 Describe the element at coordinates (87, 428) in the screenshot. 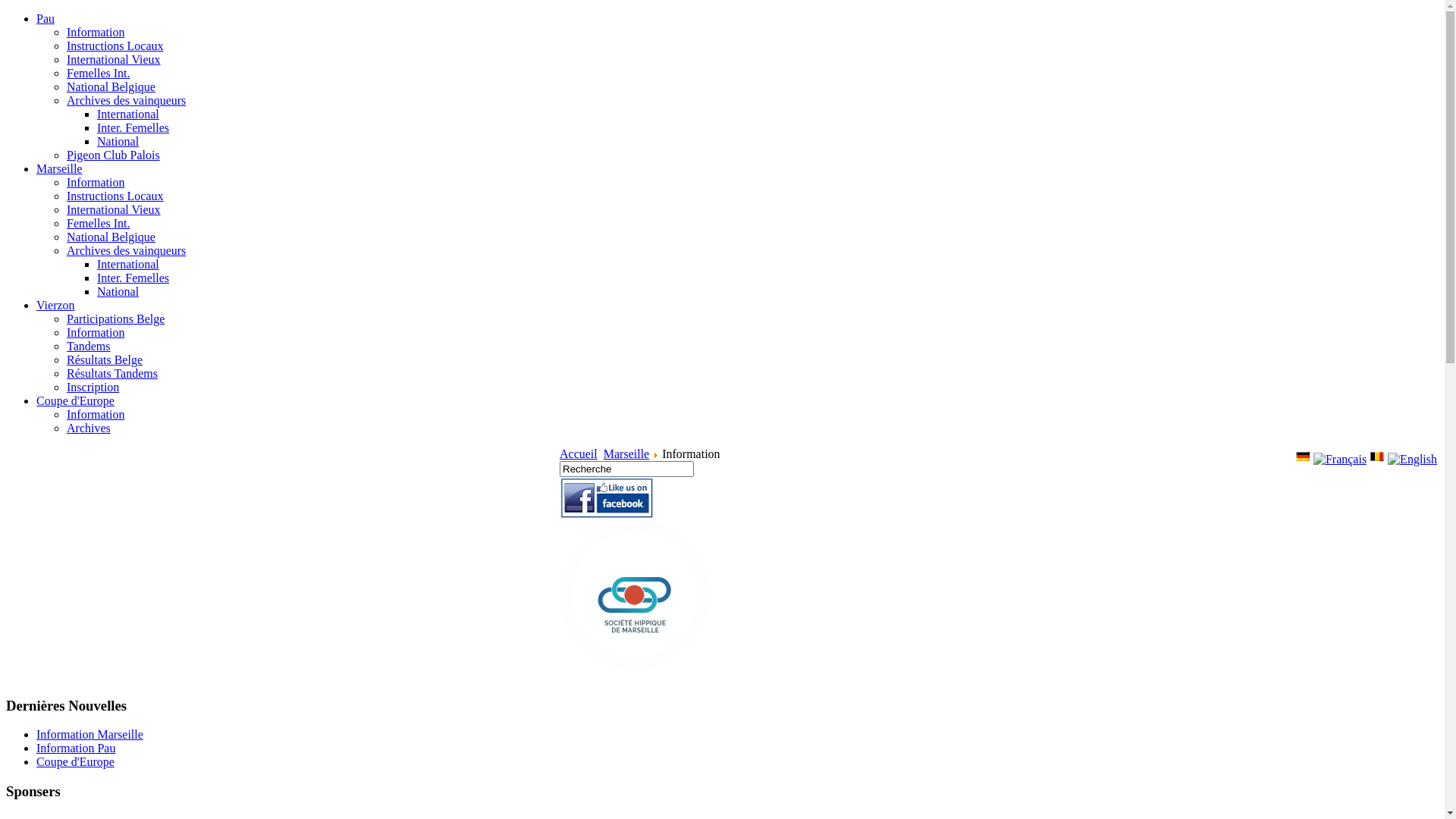

I see `'Archives'` at that location.